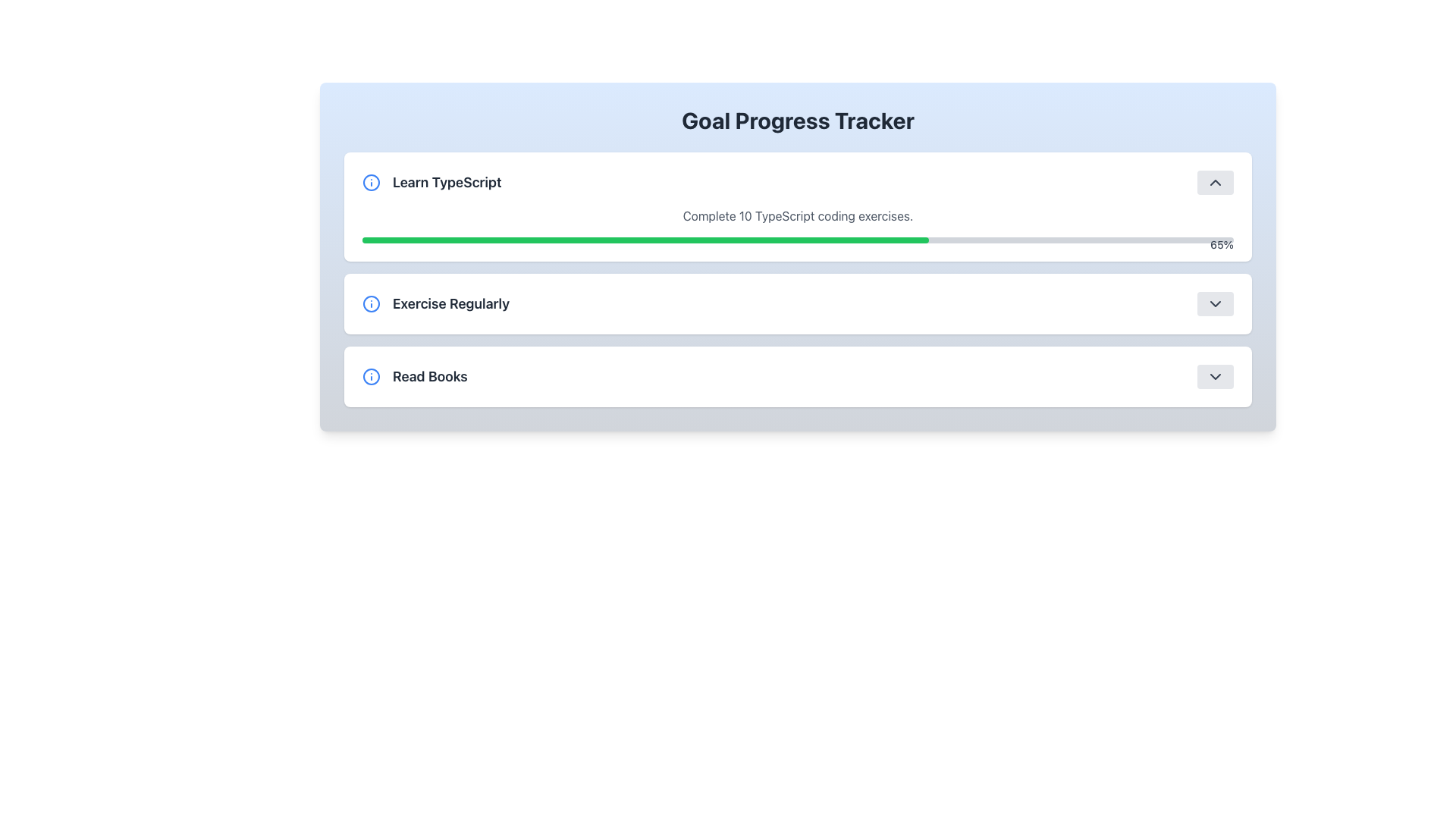 This screenshot has width=1456, height=819. Describe the element at coordinates (431, 181) in the screenshot. I see `the 'Learn TypeScript' text label, which is styled with a bold font and a dark color, located in the first row of the Goal Progress Tracker section` at that location.